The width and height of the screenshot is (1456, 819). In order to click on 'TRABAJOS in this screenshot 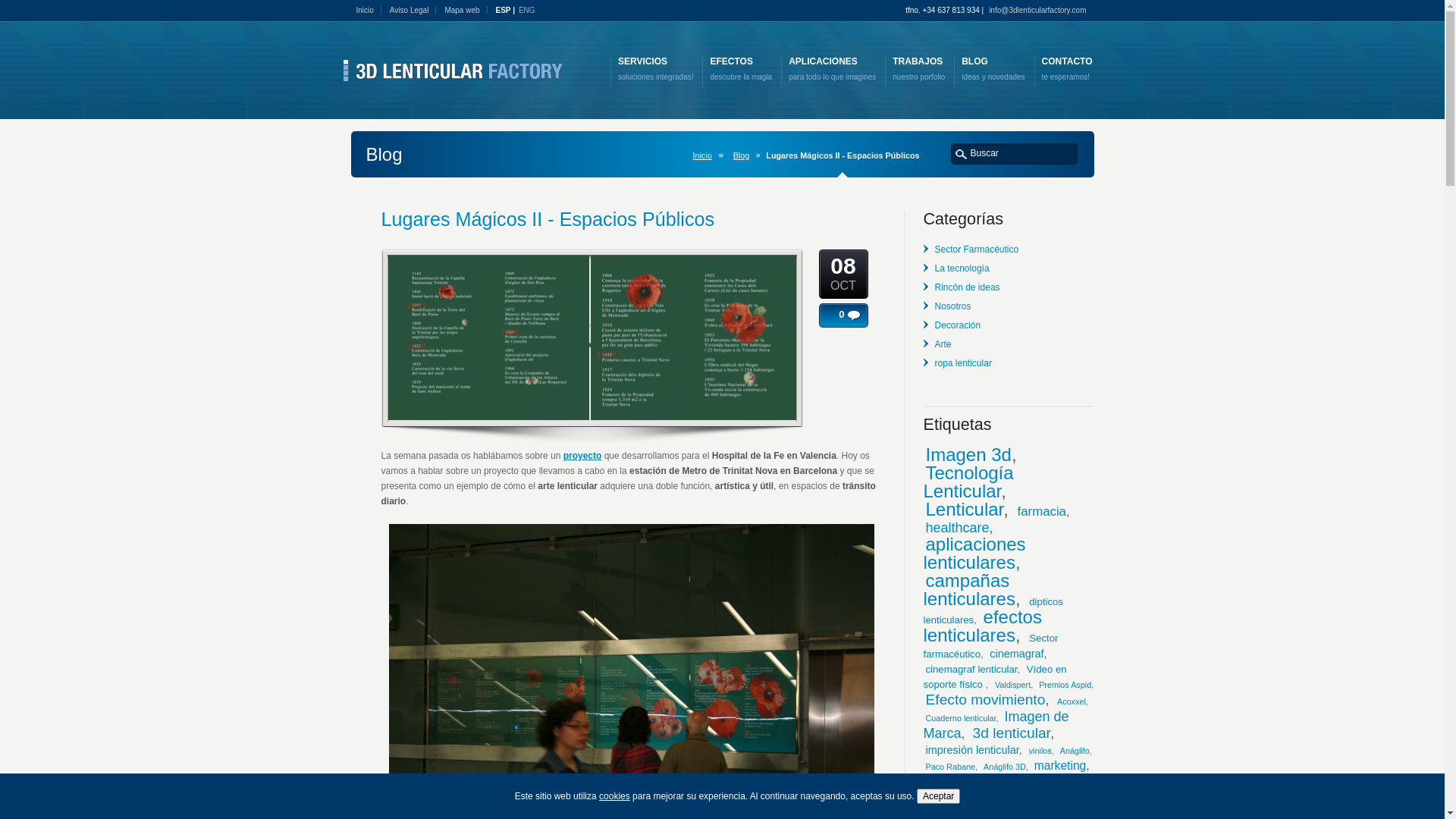, I will do `click(918, 69)`.